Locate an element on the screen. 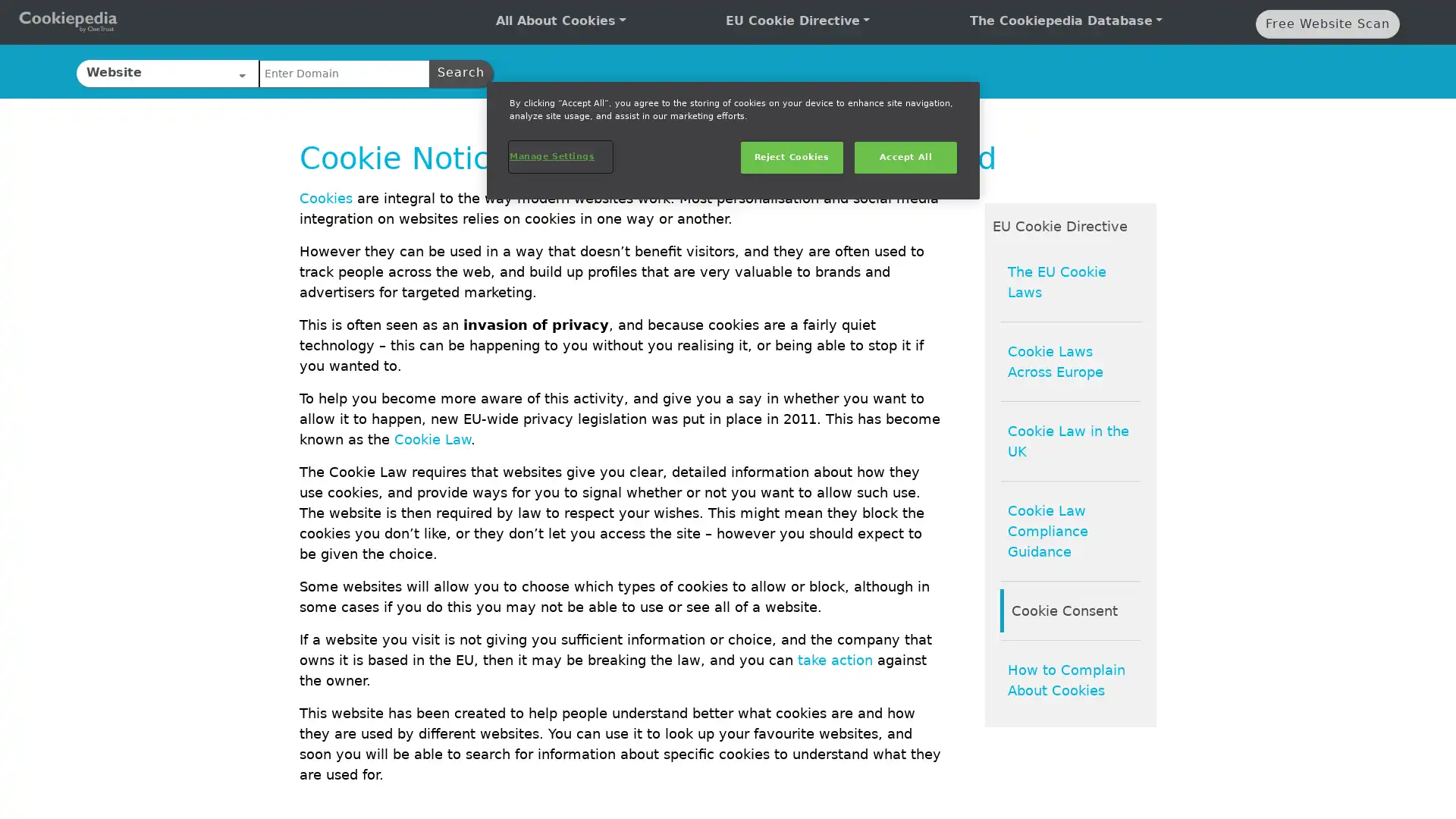  Accept All is located at coordinates (905, 158).